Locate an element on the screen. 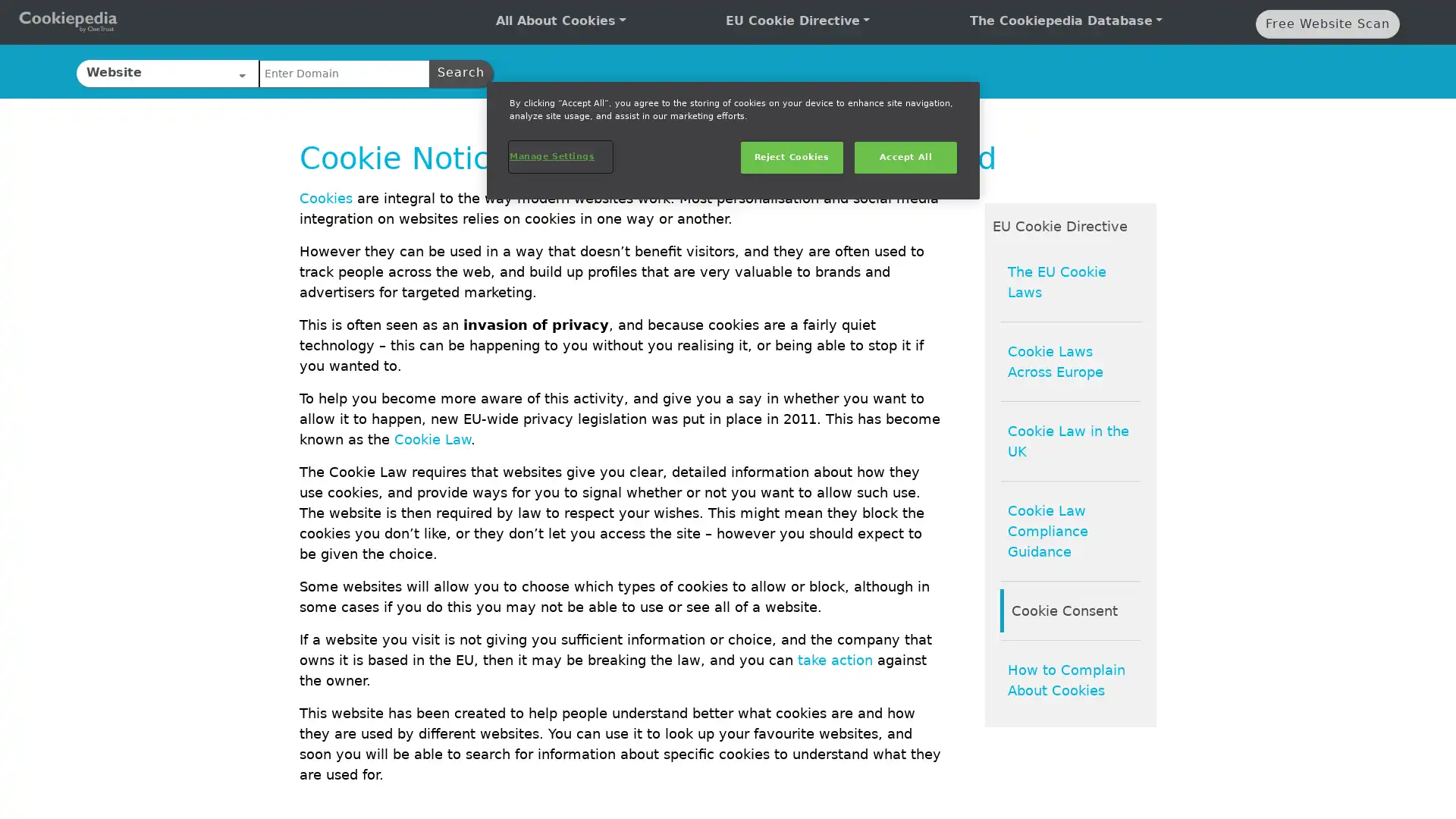  Accept All is located at coordinates (905, 158).